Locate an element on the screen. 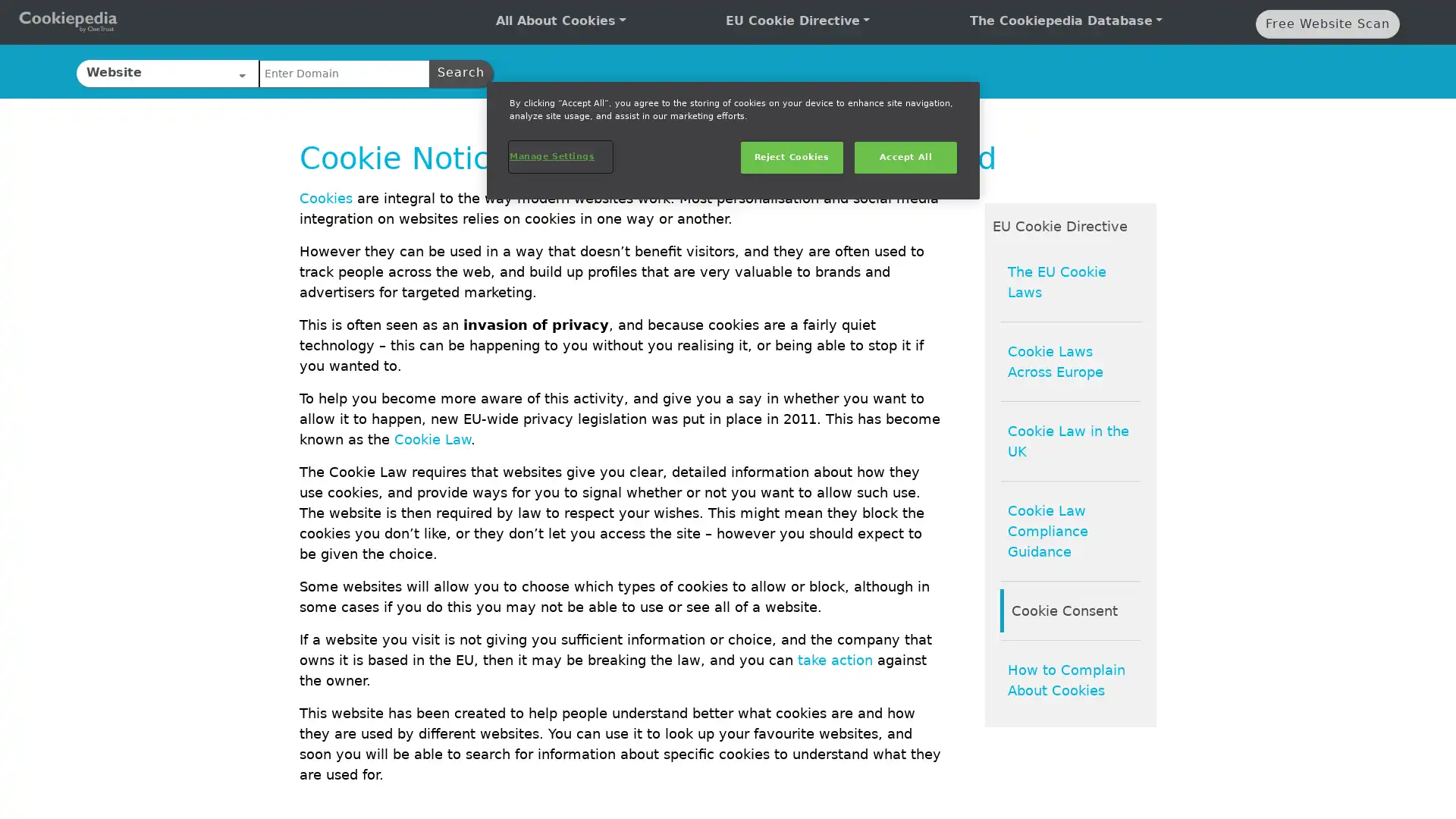  Accept All is located at coordinates (905, 158).